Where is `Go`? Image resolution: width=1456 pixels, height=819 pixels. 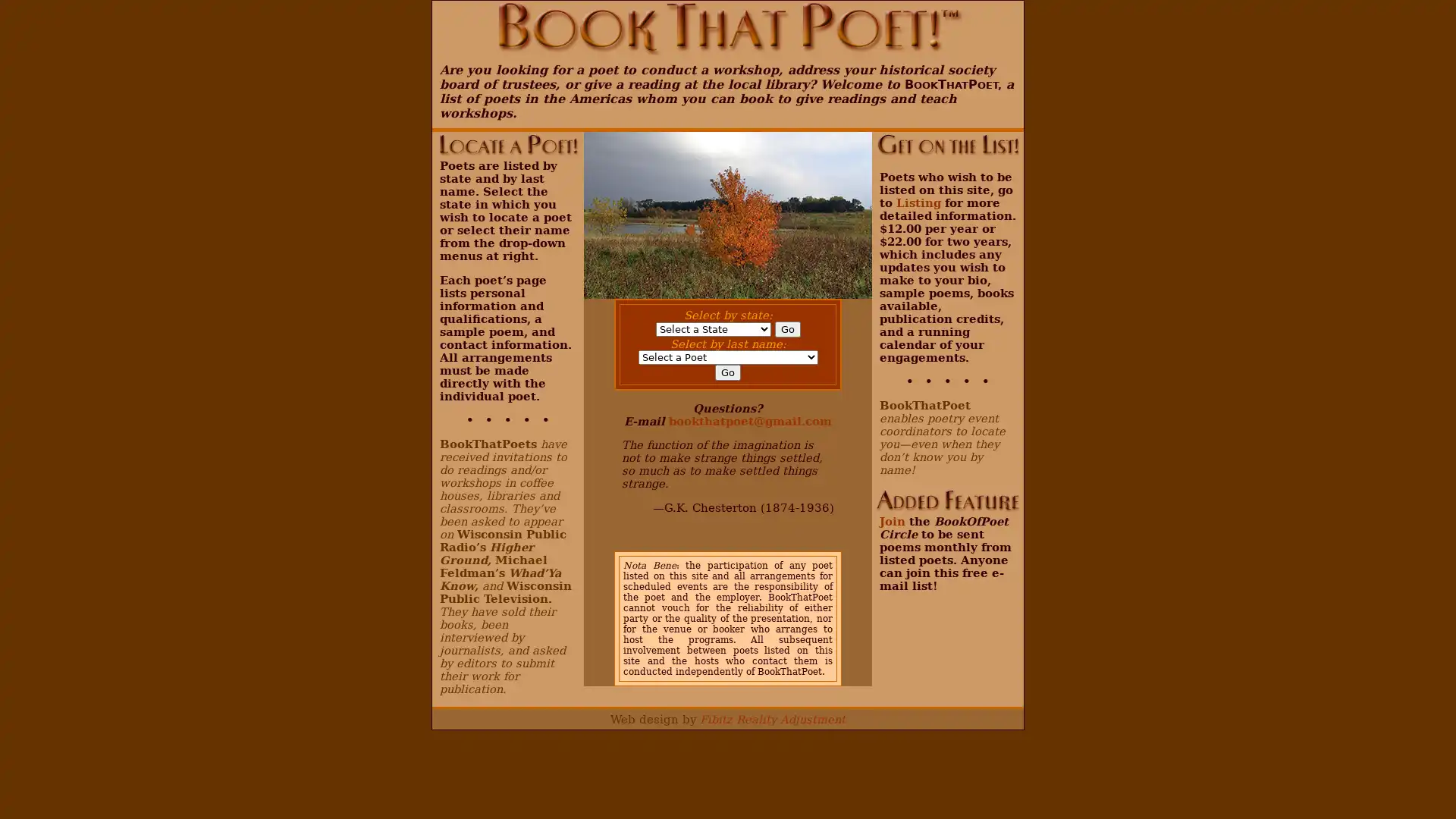 Go is located at coordinates (728, 372).